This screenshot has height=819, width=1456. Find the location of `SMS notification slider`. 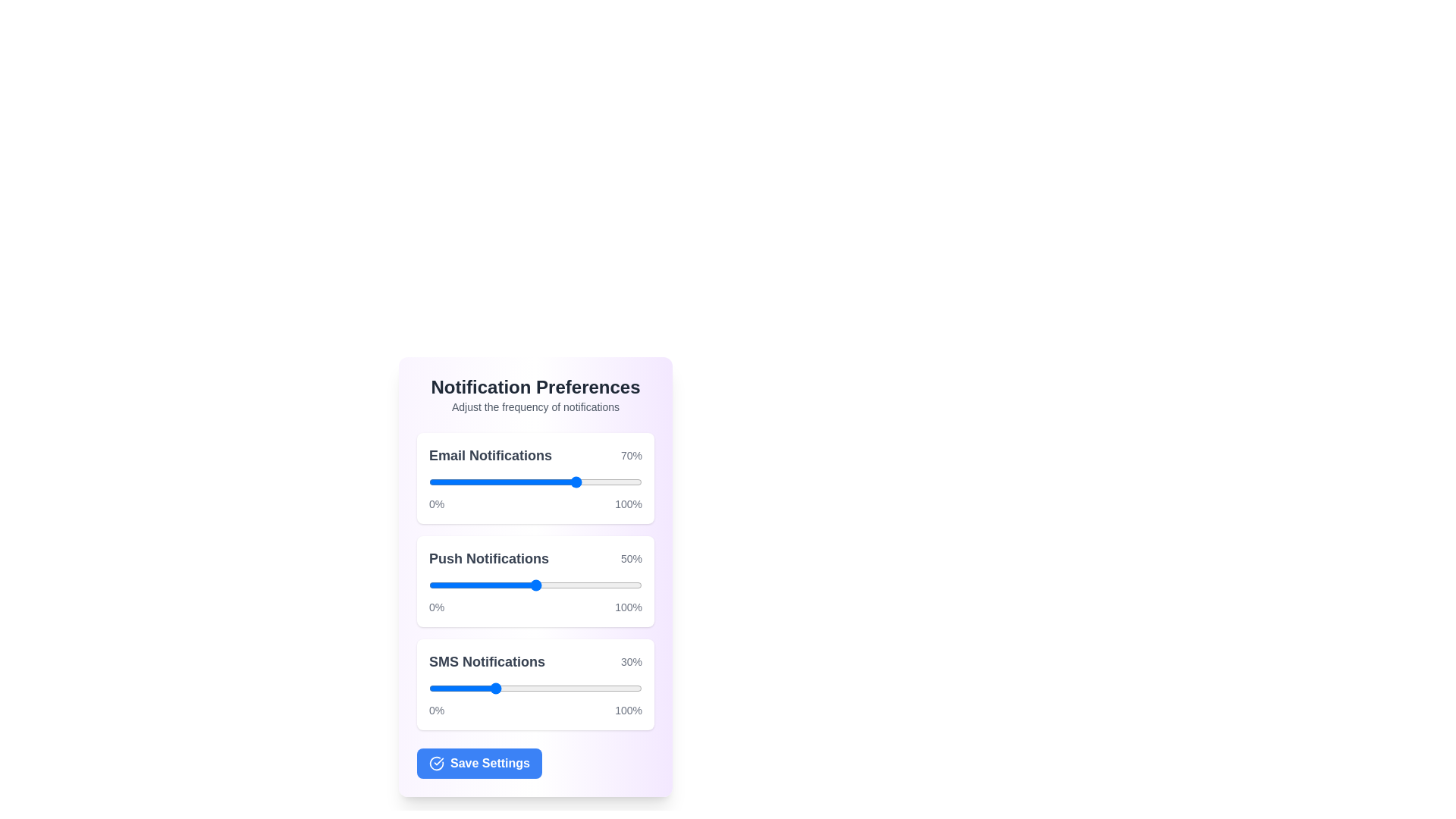

SMS notification slider is located at coordinates (479, 688).